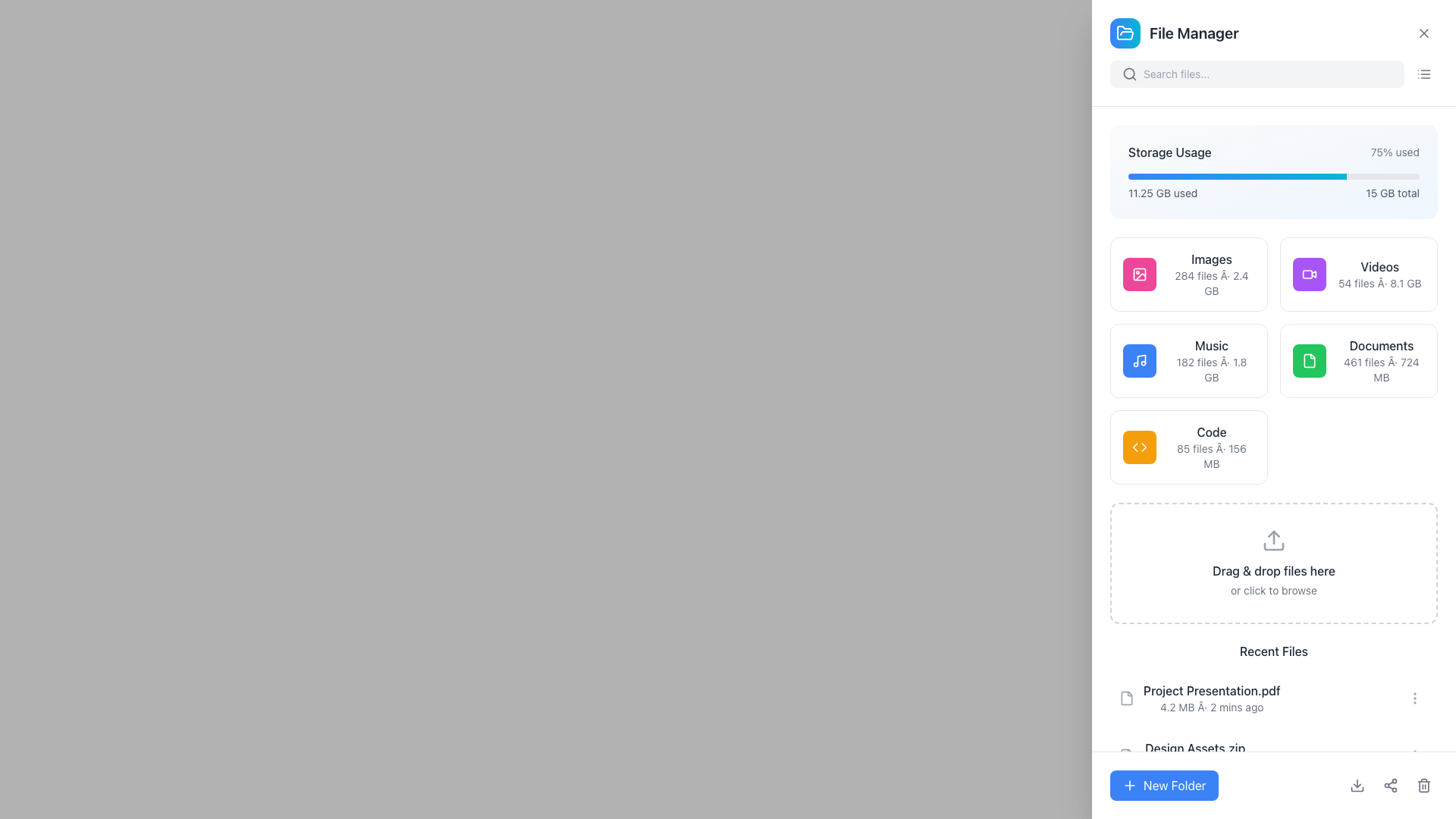 This screenshot has height=819, width=1456. Describe the element at coordinates (1129, 785) in the screenshot. I see `the plus sign icon located within the 'New Folder' button at the bottom right corner of the interface` at that location.